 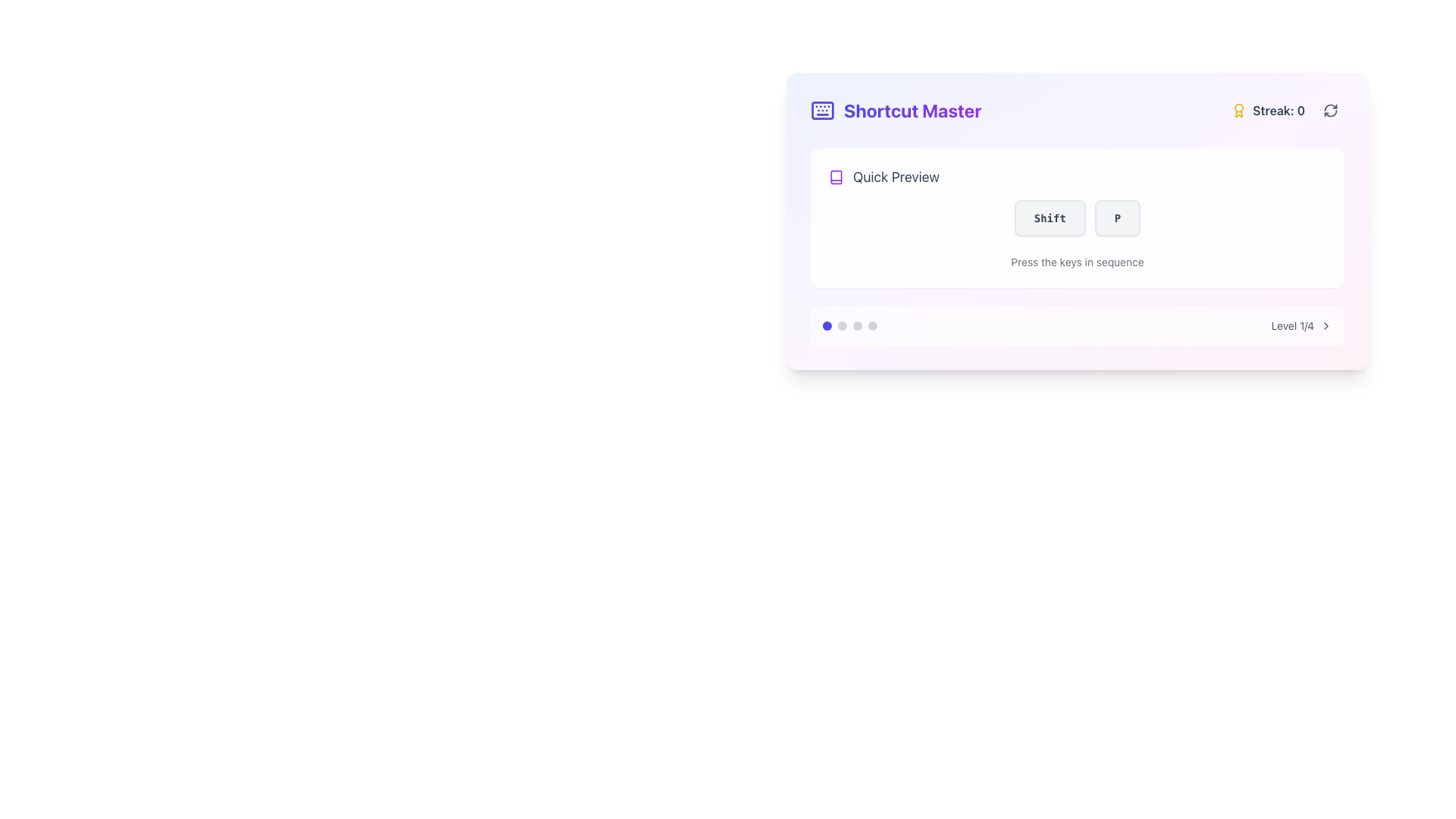 What do you see at coordinates (1239, 107) in the screenshot?
I see `the decorative award icon represented by a circle within an SVG, located at the top-right corner of the interface` at bounding box center [1239, 107].